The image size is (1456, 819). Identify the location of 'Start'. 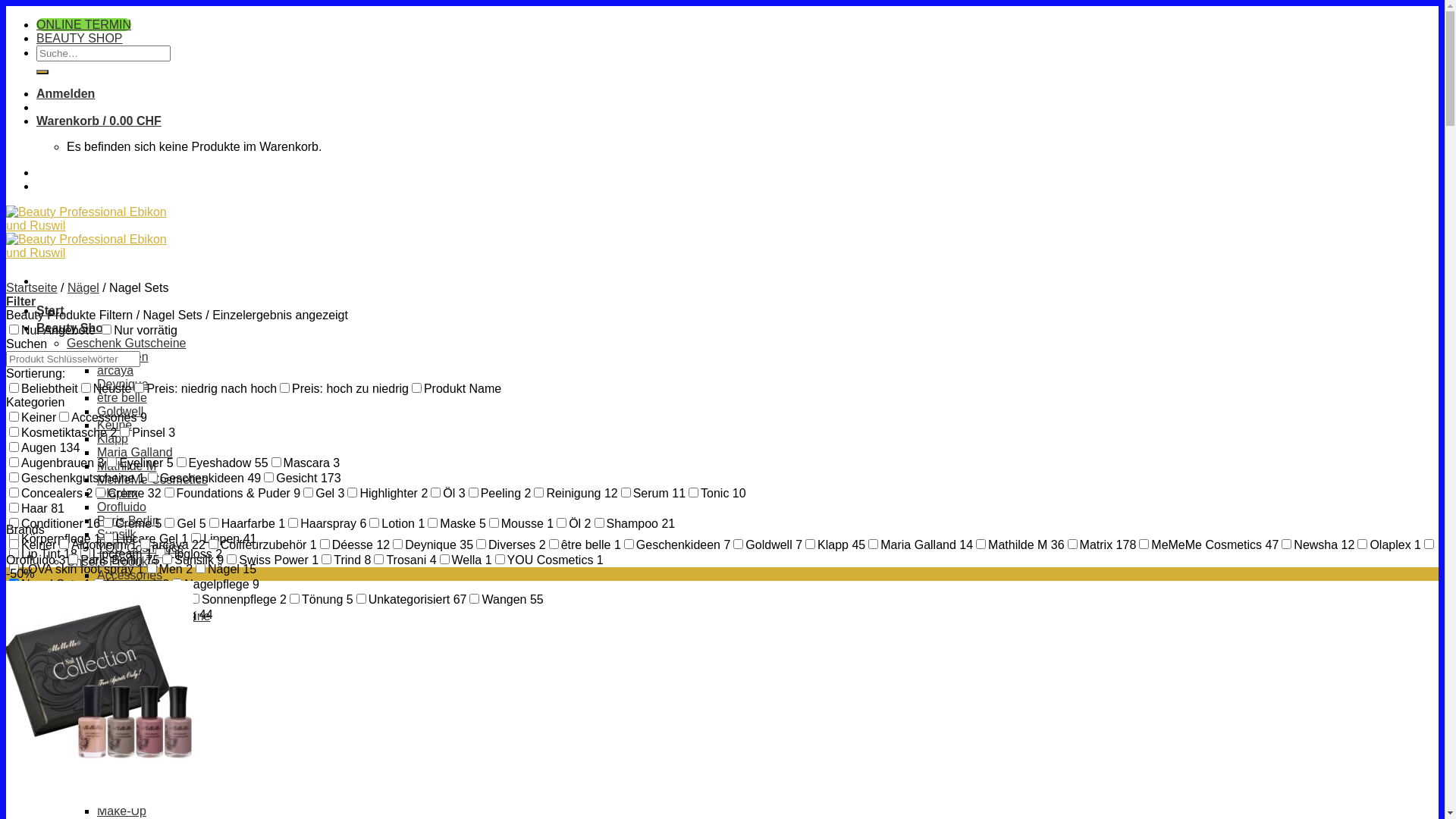
(36, 309).